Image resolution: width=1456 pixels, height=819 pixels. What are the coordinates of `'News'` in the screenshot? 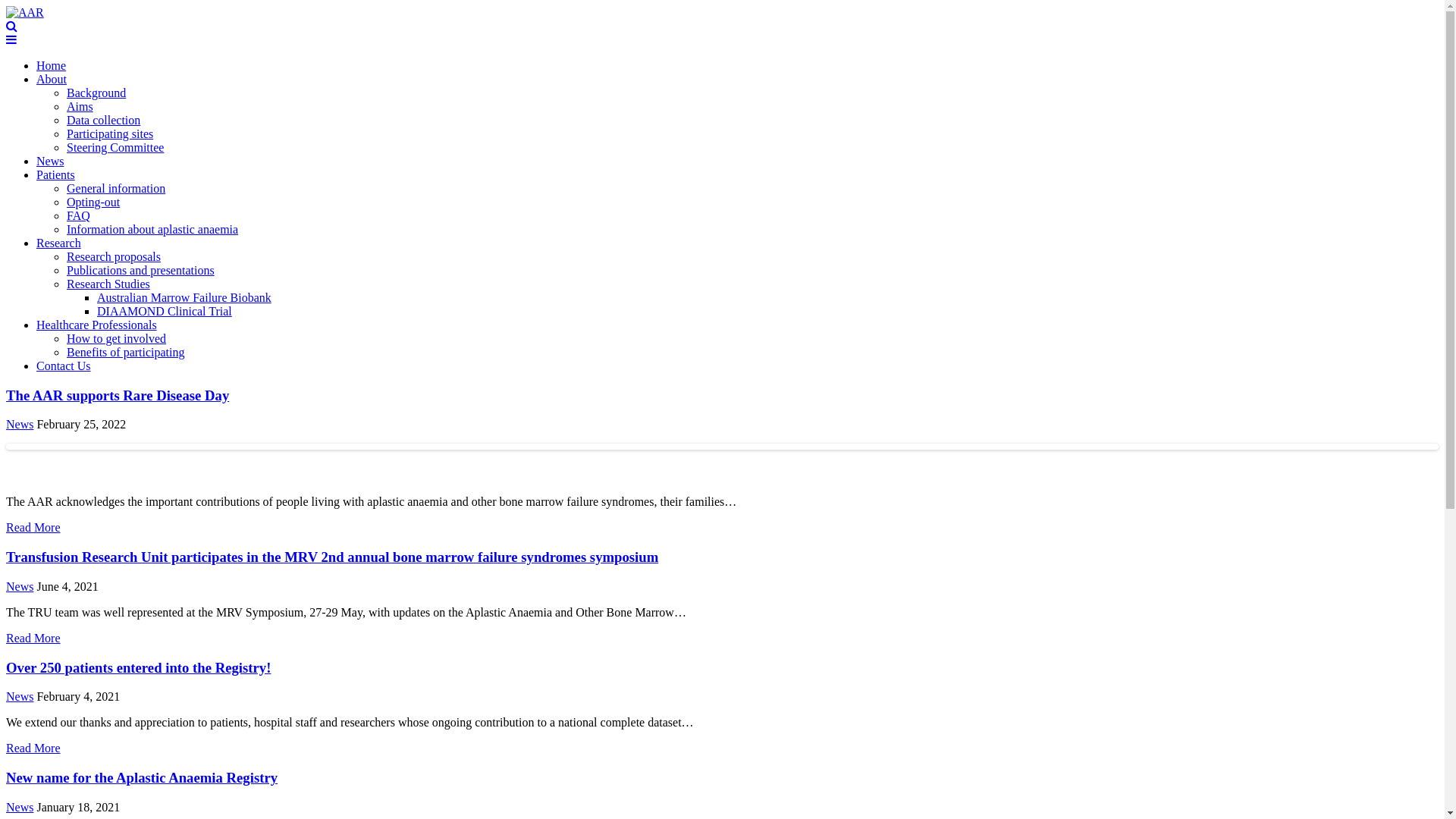 It's located at (6, 806).